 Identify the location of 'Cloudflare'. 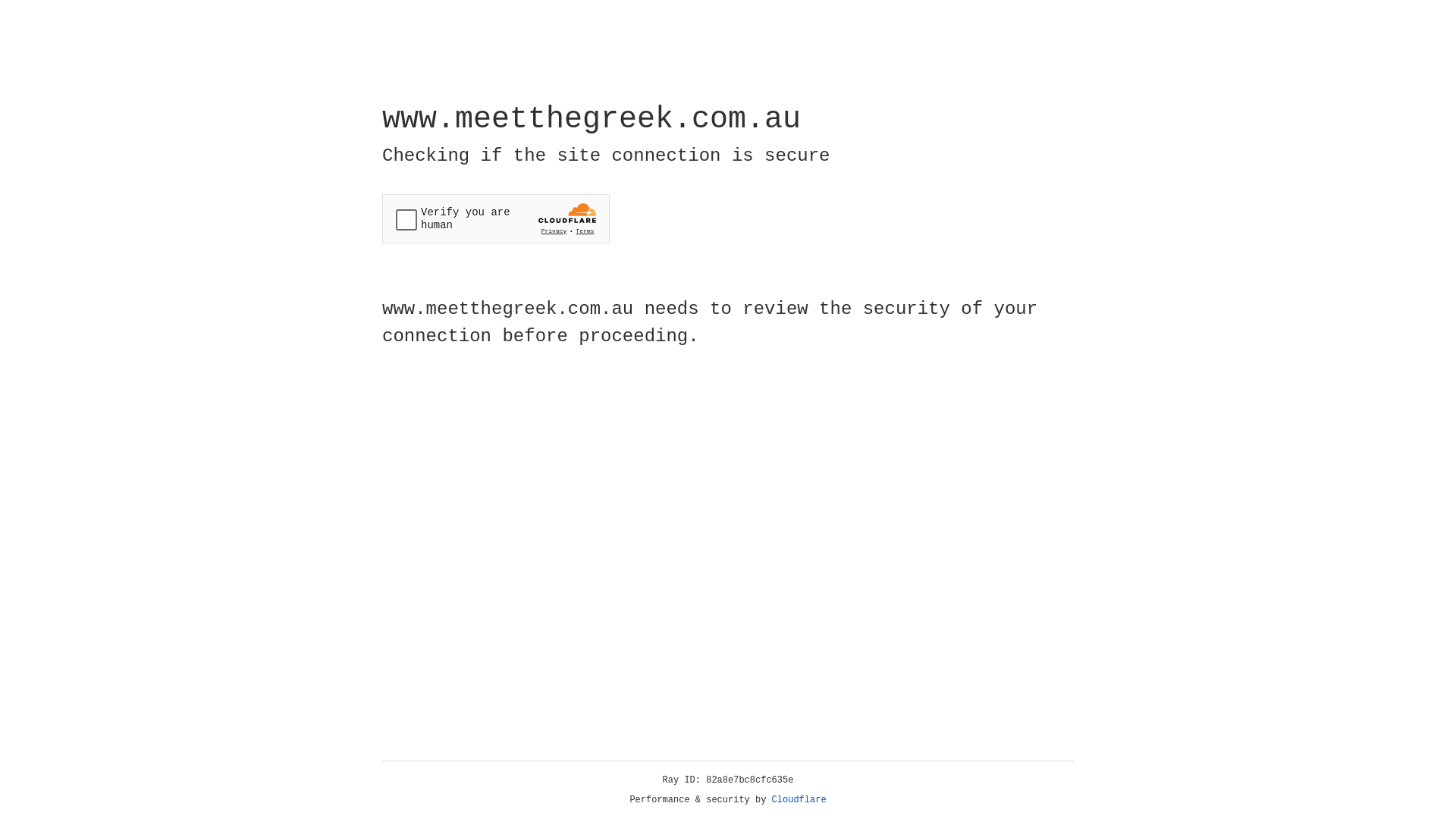
(799, 799).